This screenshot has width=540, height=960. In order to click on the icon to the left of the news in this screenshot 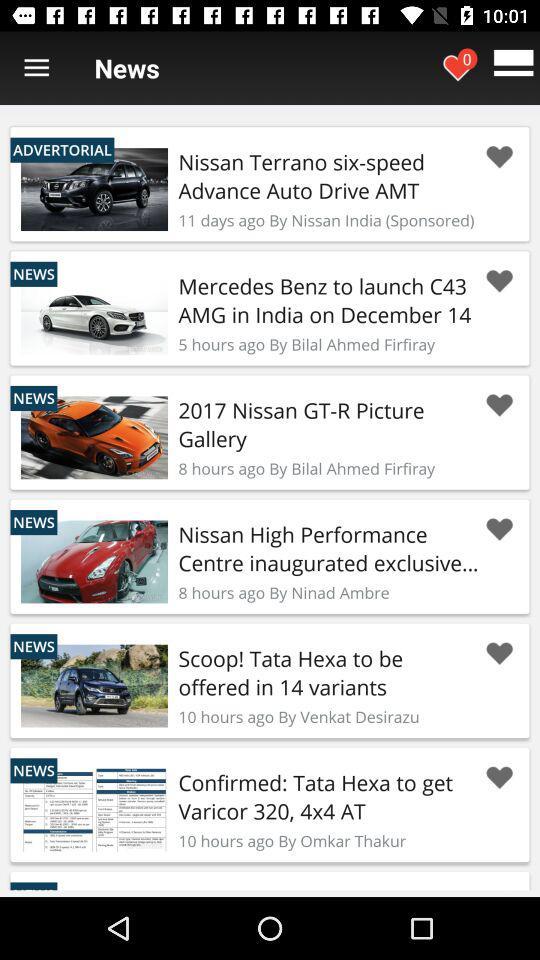, I will do `click(36, 68)`.